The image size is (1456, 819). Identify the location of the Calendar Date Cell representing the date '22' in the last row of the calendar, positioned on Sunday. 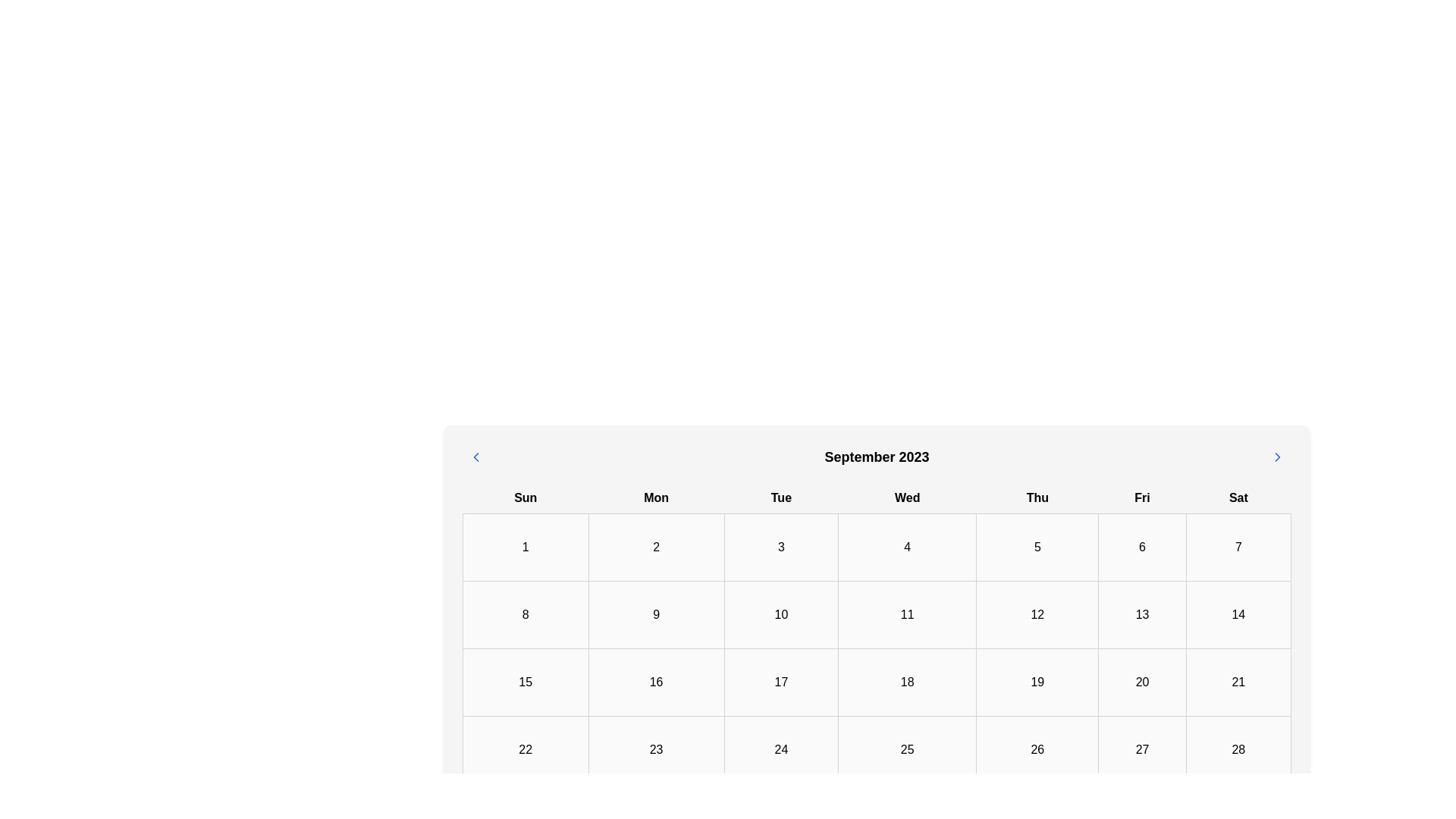
(526, 748).